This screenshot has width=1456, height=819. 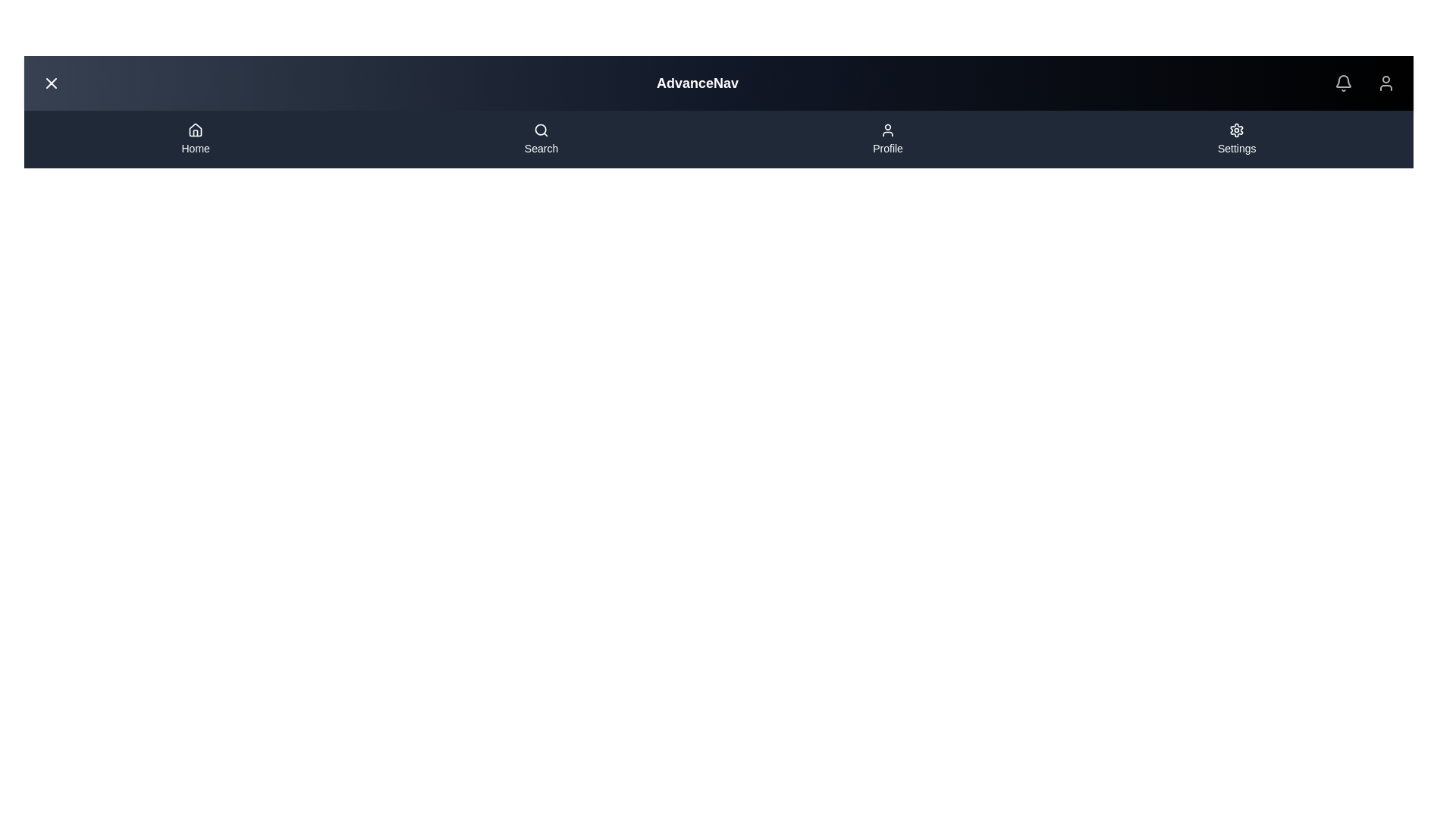 I want to click on the user profile icon, so click(x=1386, y=83).